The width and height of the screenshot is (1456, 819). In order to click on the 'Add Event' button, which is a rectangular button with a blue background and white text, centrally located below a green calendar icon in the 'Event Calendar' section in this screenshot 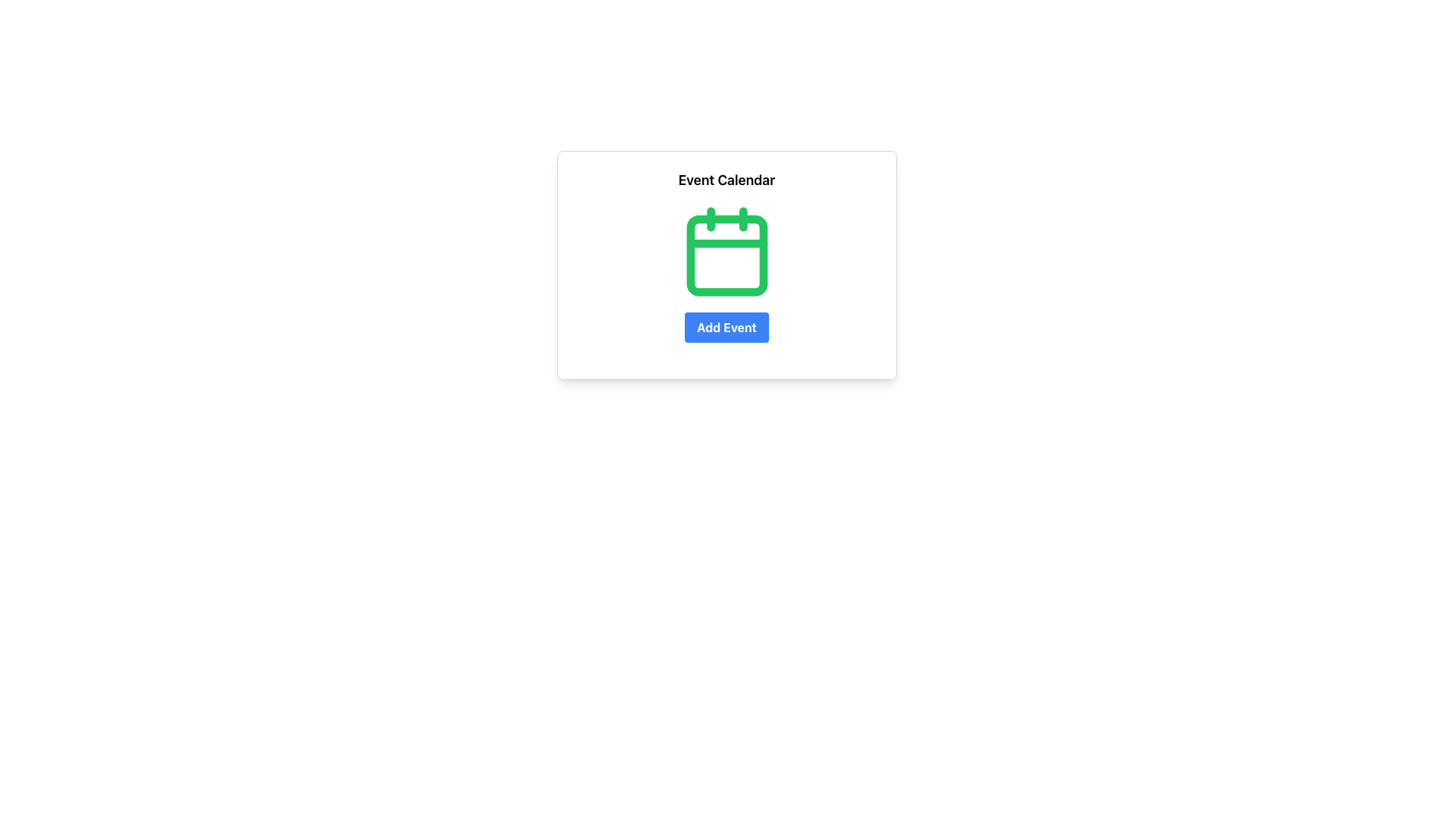, I will do `click(726, 327)`.